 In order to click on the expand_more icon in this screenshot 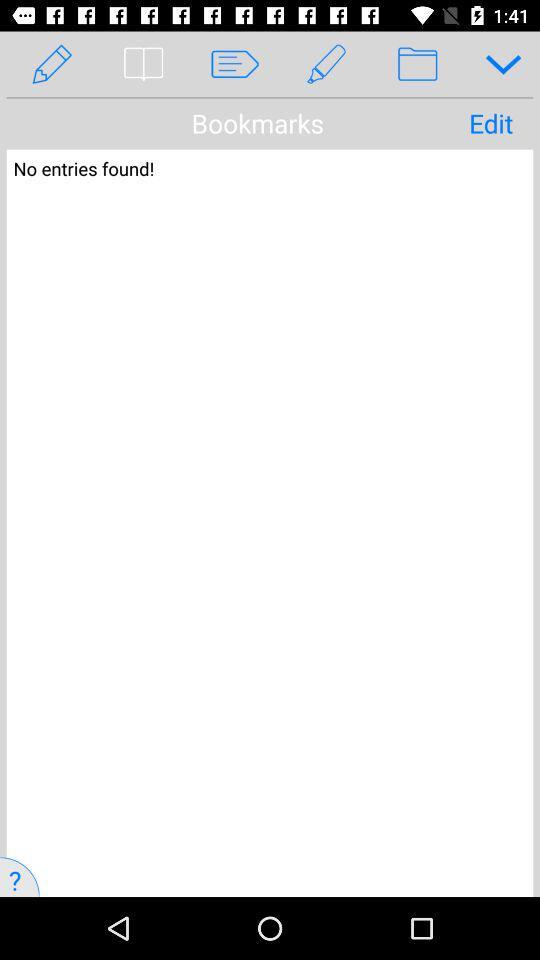, I will do `click(495, 64)`.